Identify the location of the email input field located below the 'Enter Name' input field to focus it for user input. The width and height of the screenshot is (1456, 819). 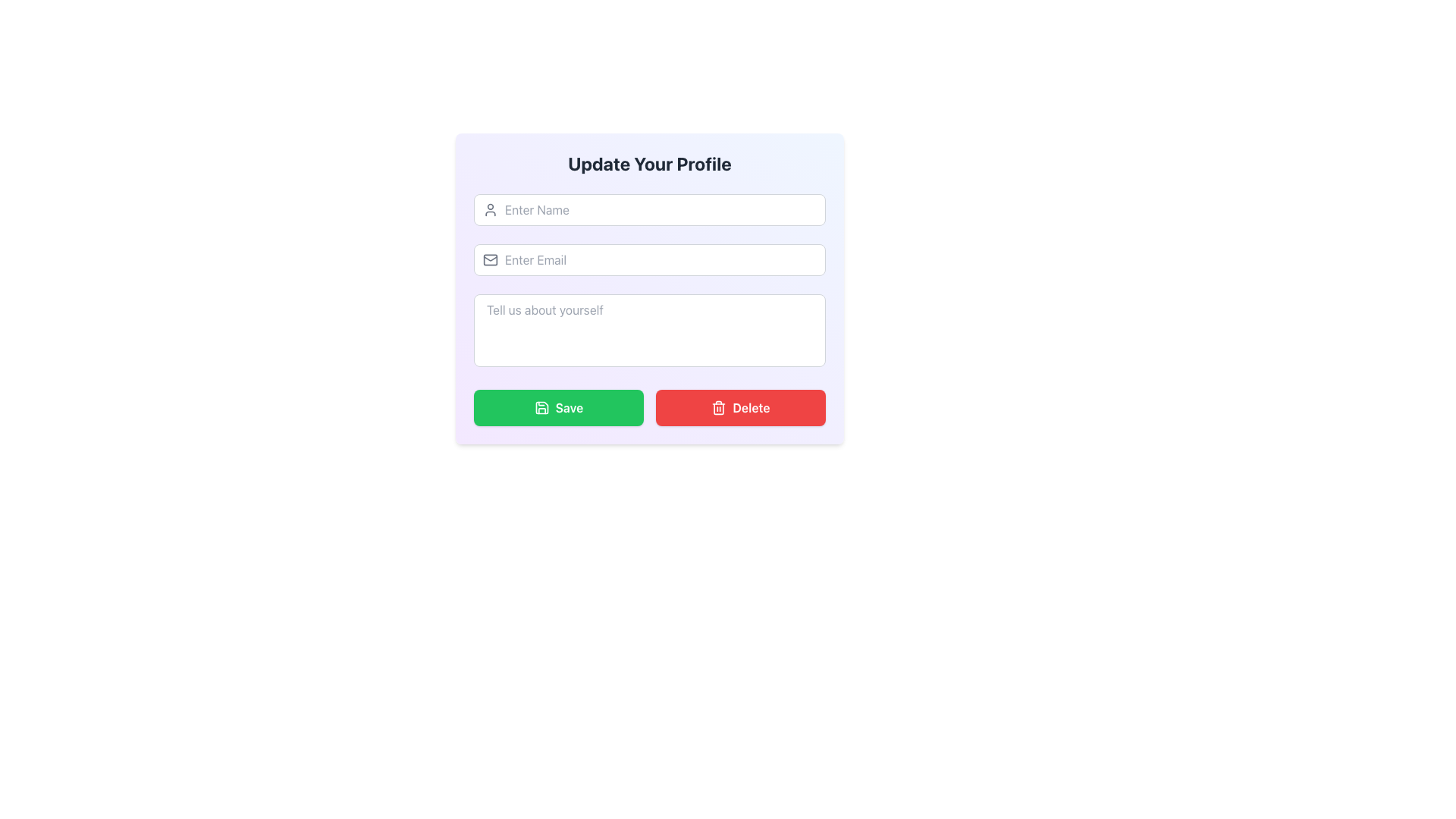
(650, 259).